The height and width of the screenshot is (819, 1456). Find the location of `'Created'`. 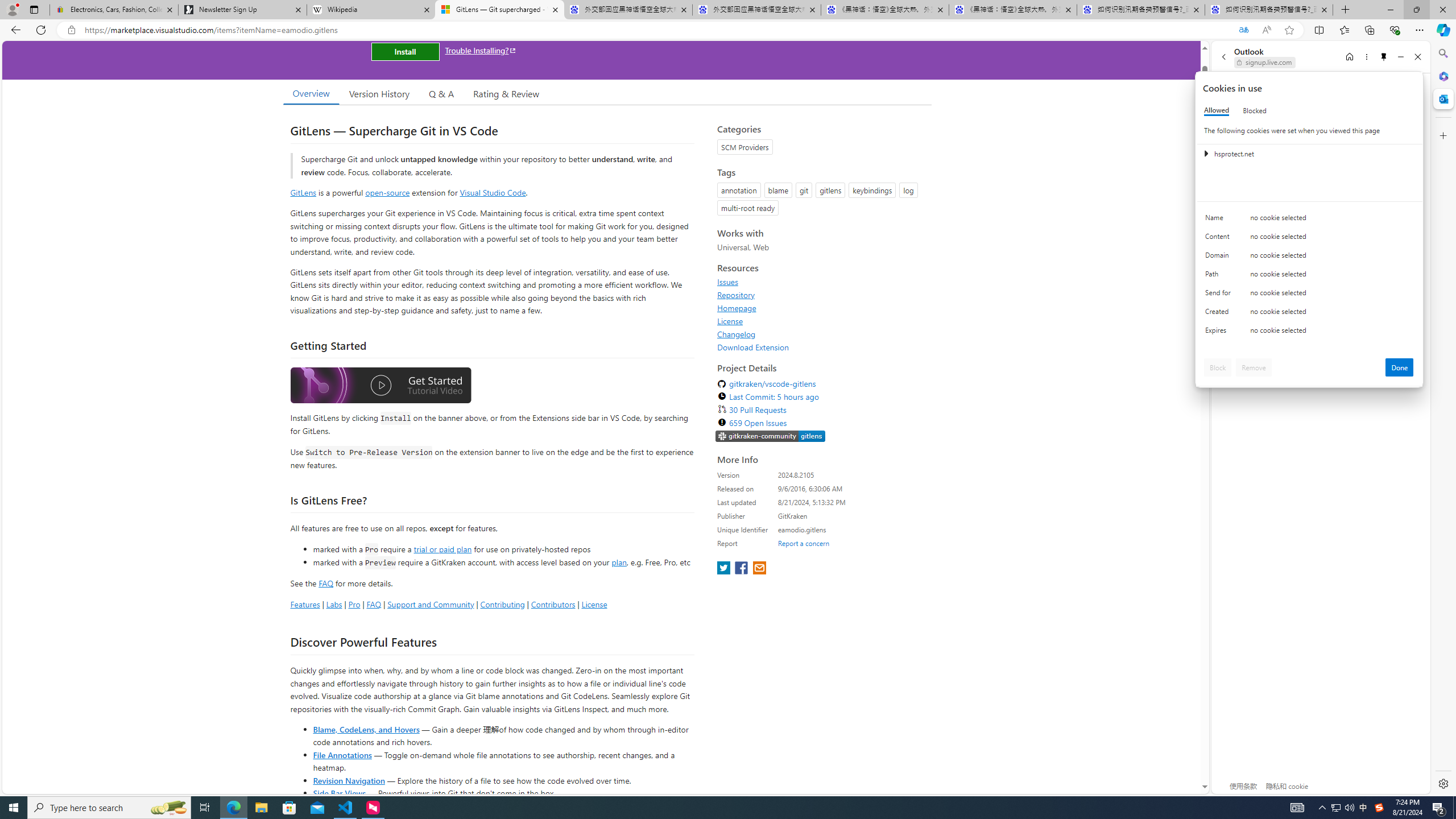

'Created' is located at coordinates (1219, 313).